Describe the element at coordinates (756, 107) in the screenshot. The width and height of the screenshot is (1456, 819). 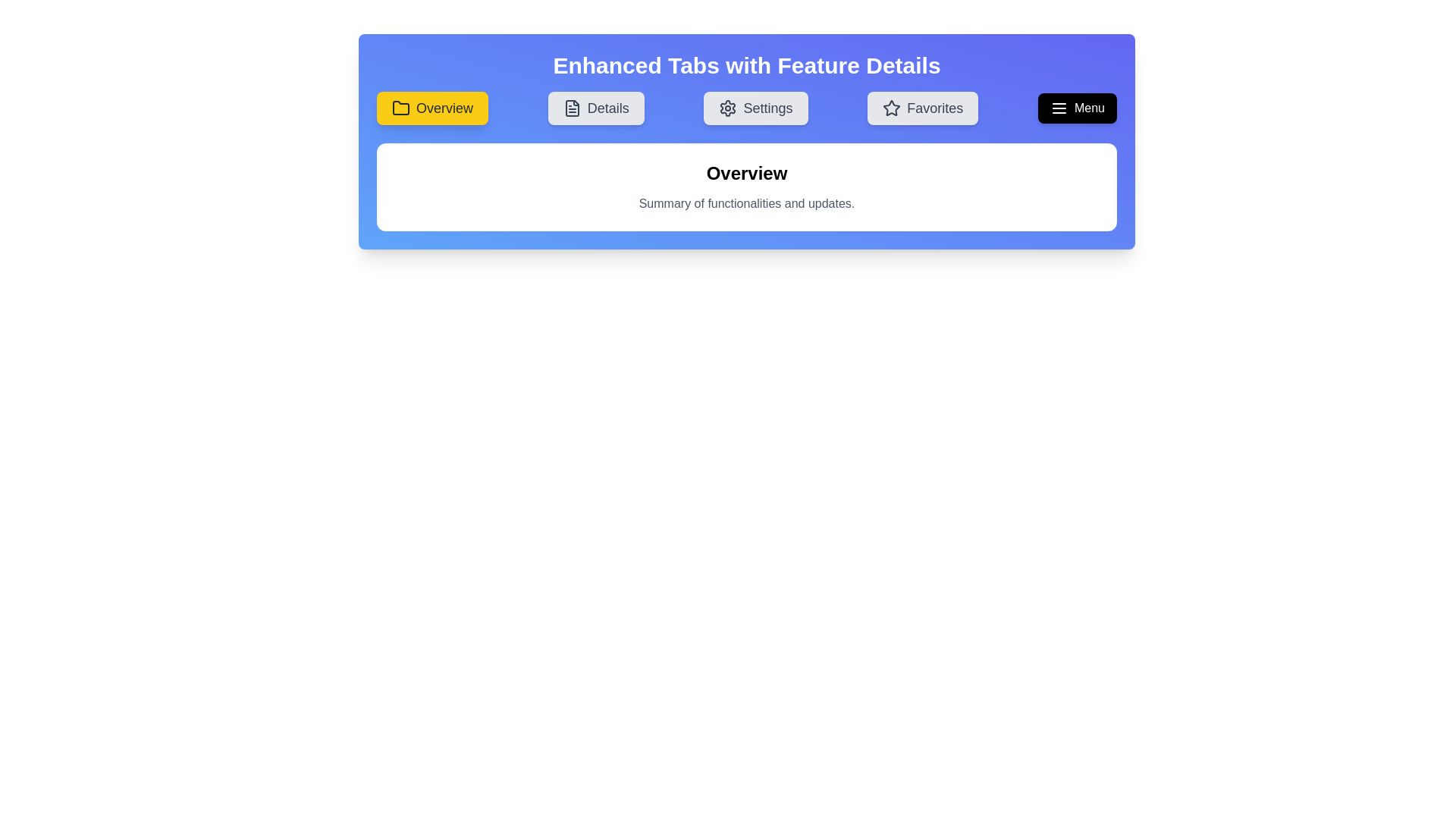
I see `the 'Settings' button, which is a rounded rectangle with a light gray background, dark gray text, and a gear-shaped icon` at that location.